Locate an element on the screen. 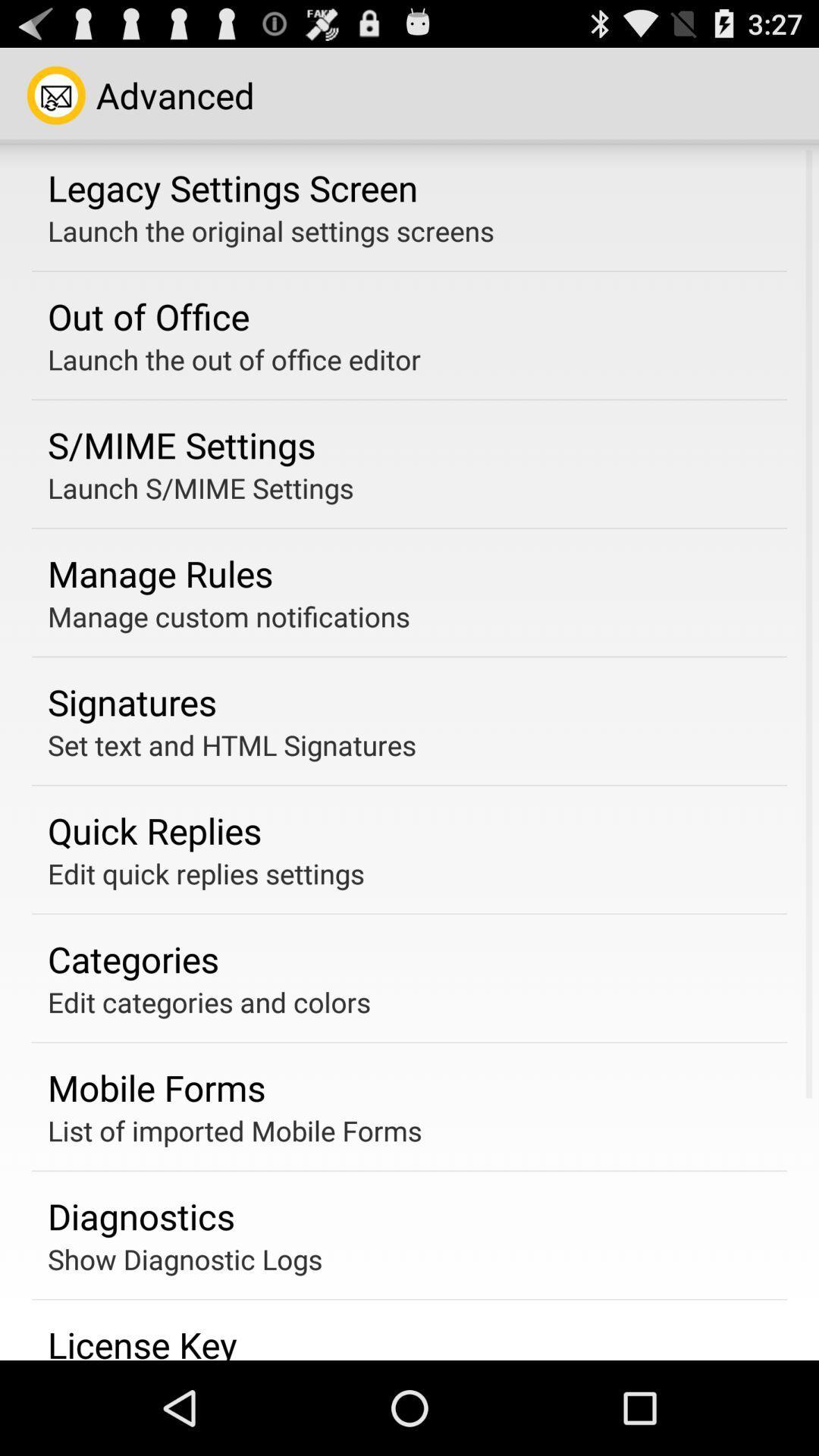 Image resolution: width=819 pixels, height=1456 pixels. the license key app is located at coordinates (142, 1340).